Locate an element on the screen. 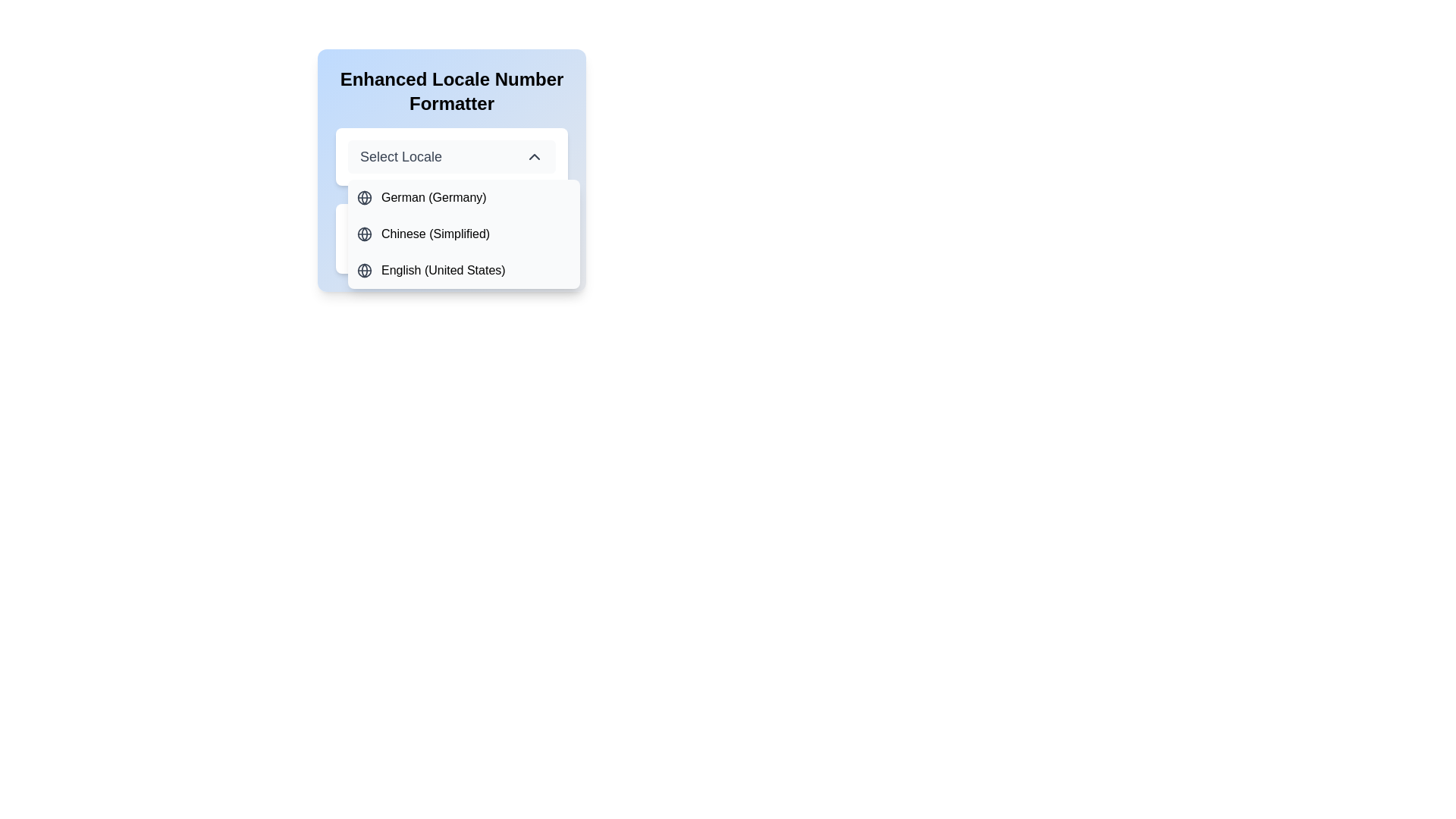 This screenshot has height=819, width=1456. the 'German (Germany)' locale option in the dropdown list is located at coordinates (433, 197).